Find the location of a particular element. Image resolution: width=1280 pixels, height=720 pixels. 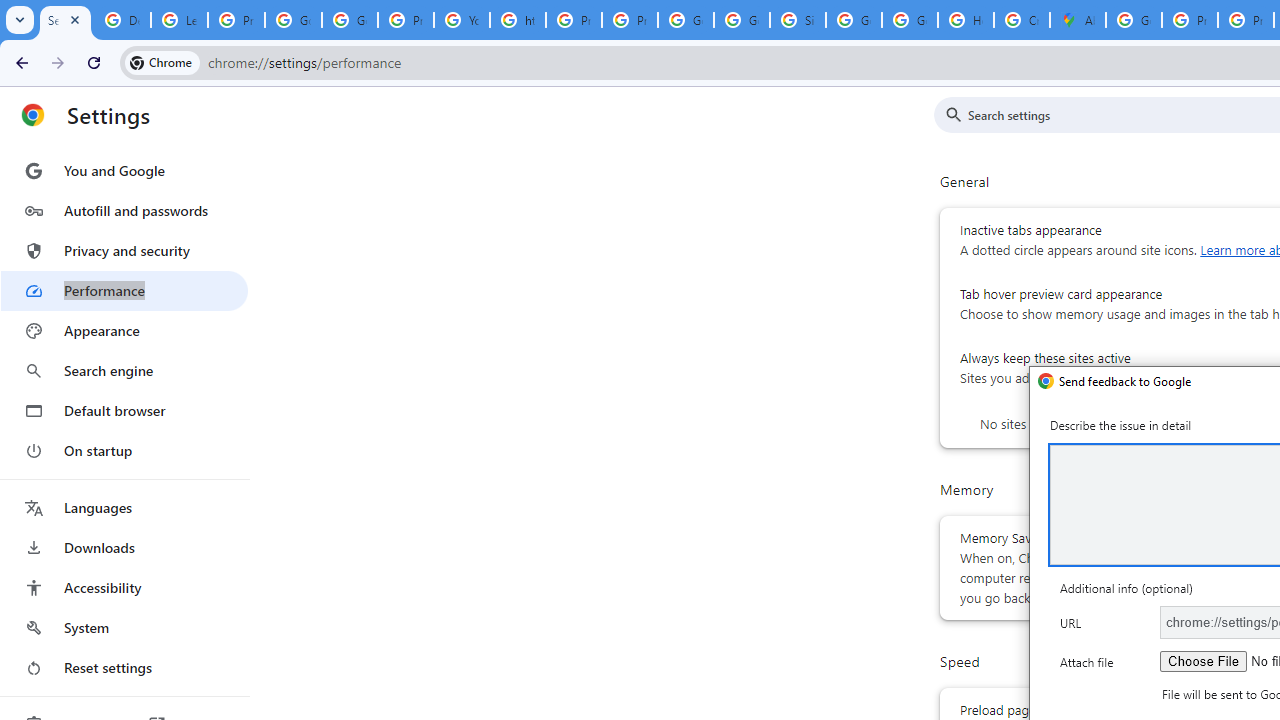

'Default browser' is located at coordinates (123, 410).